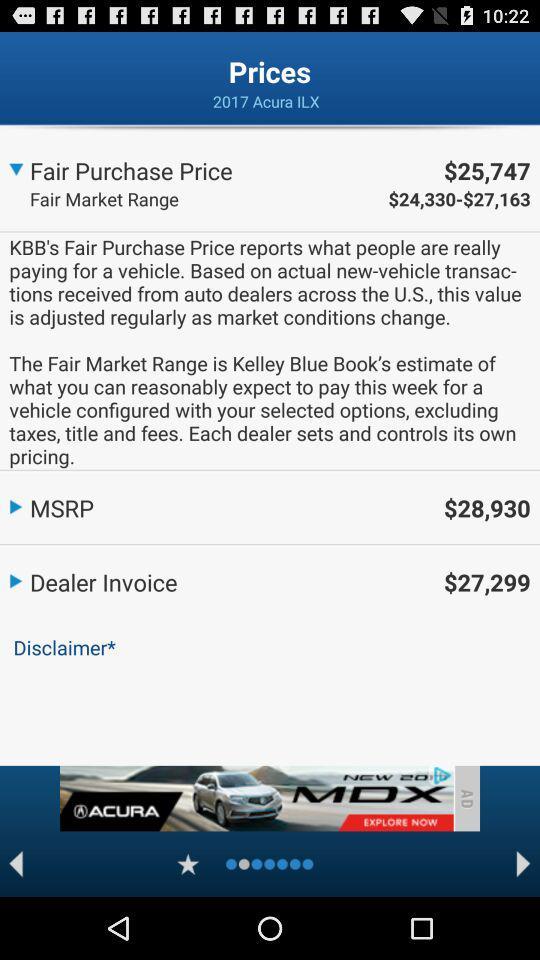 This screenshot has width=540, height=960. I want to click on favourite, so click(188, 863).